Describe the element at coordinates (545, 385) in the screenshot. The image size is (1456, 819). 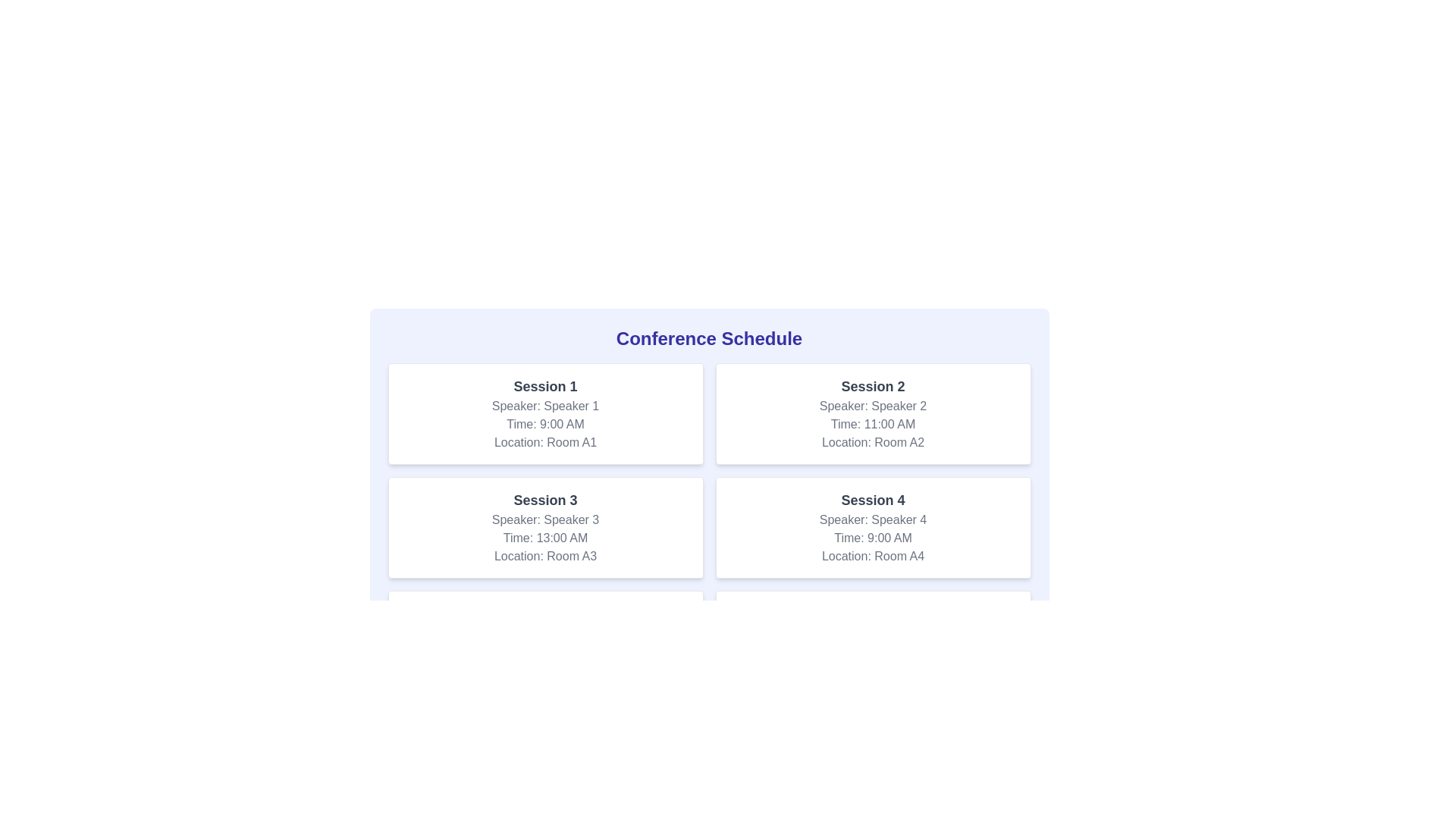
I see `text label that displays 'Session 1', which is prominently positioned at the top of the card in a large, bold font` at that location.